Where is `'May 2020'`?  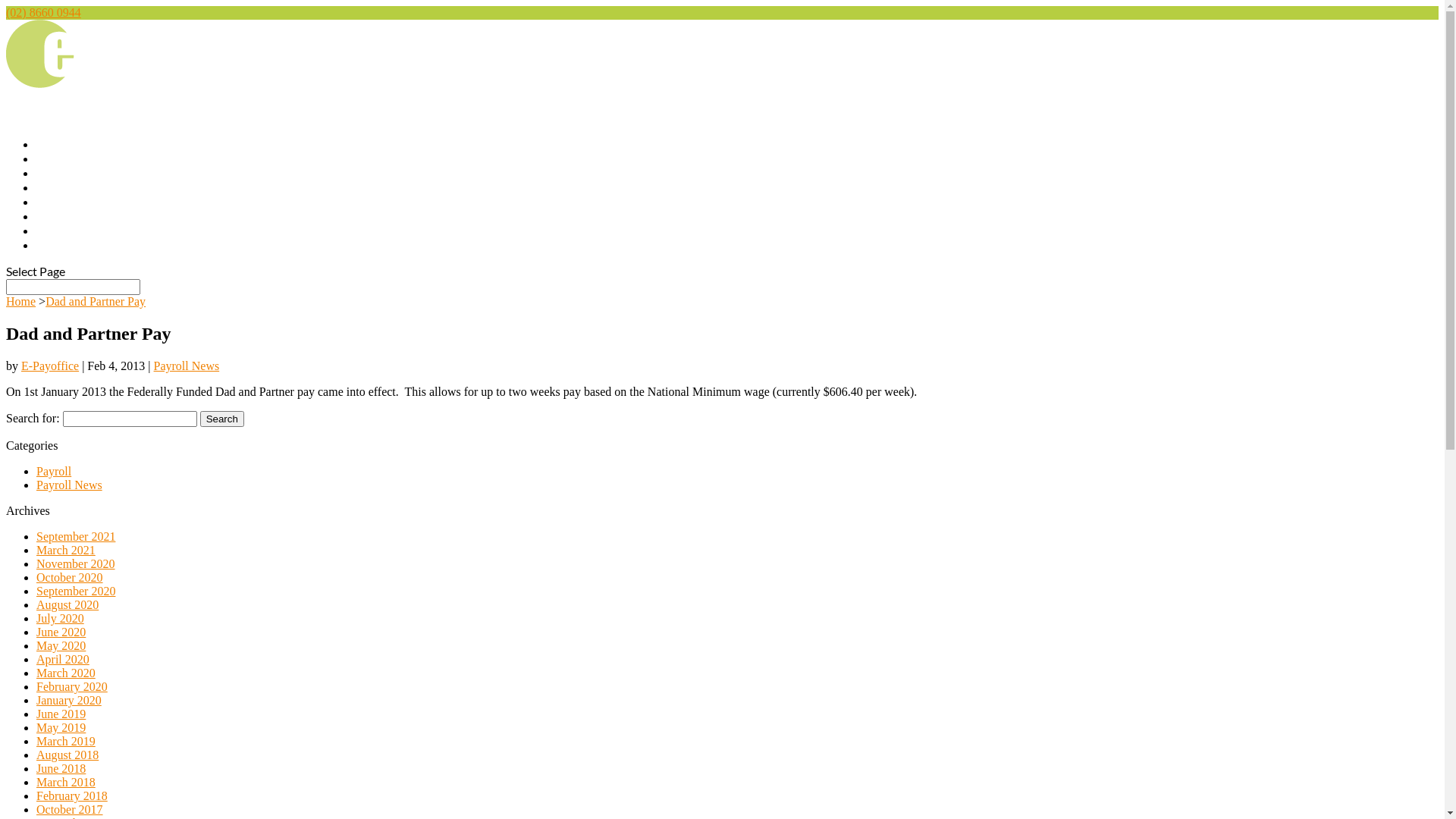 'May 2020' is located at coordinates (61, 645).